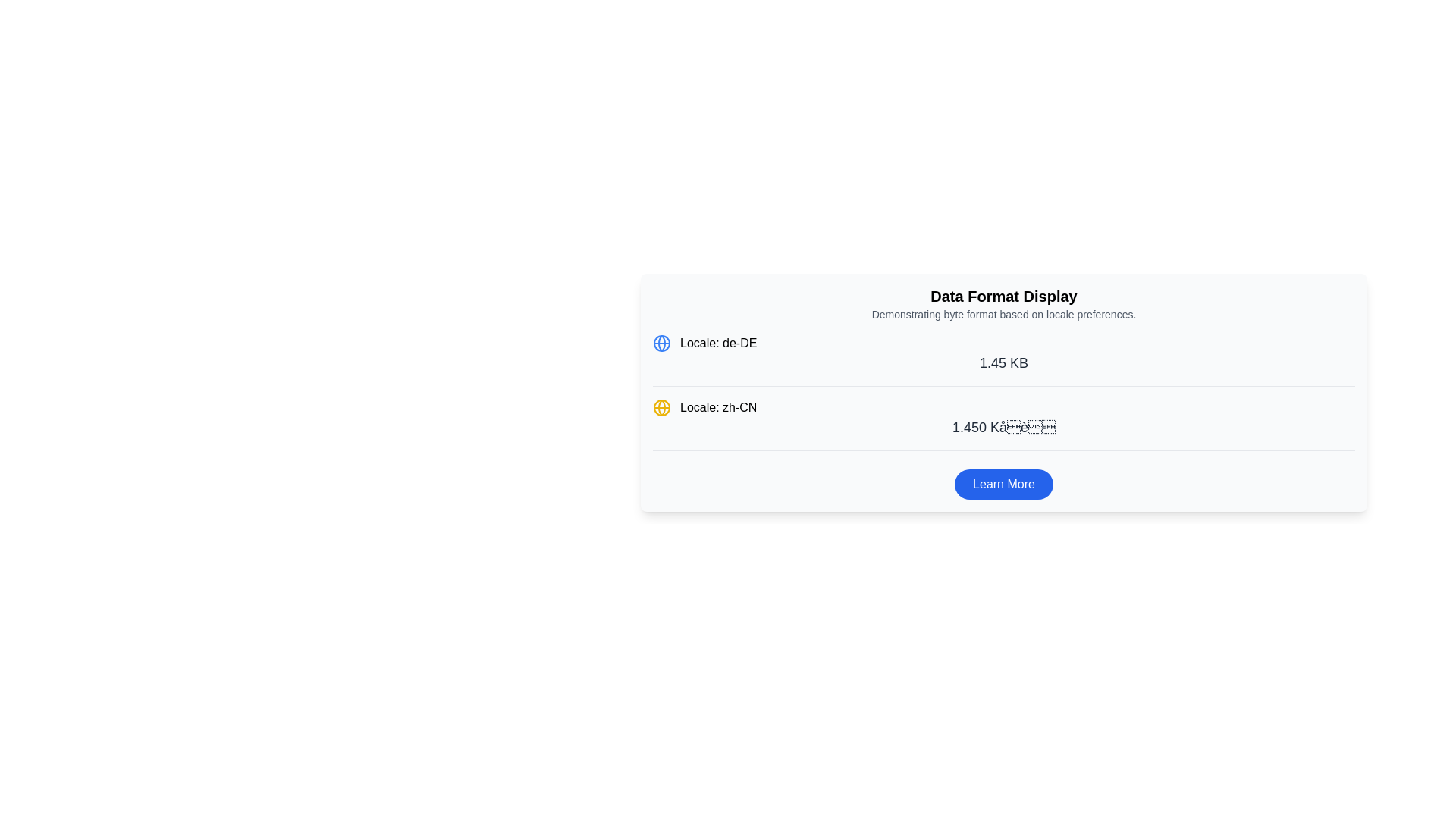 The height and width of the screenshot is (819, 1456). I want to click on the 'Learn More' button, which is a blue button with white text, located at the center-bottom of a light gray rounded panel, so click(1004, 485).